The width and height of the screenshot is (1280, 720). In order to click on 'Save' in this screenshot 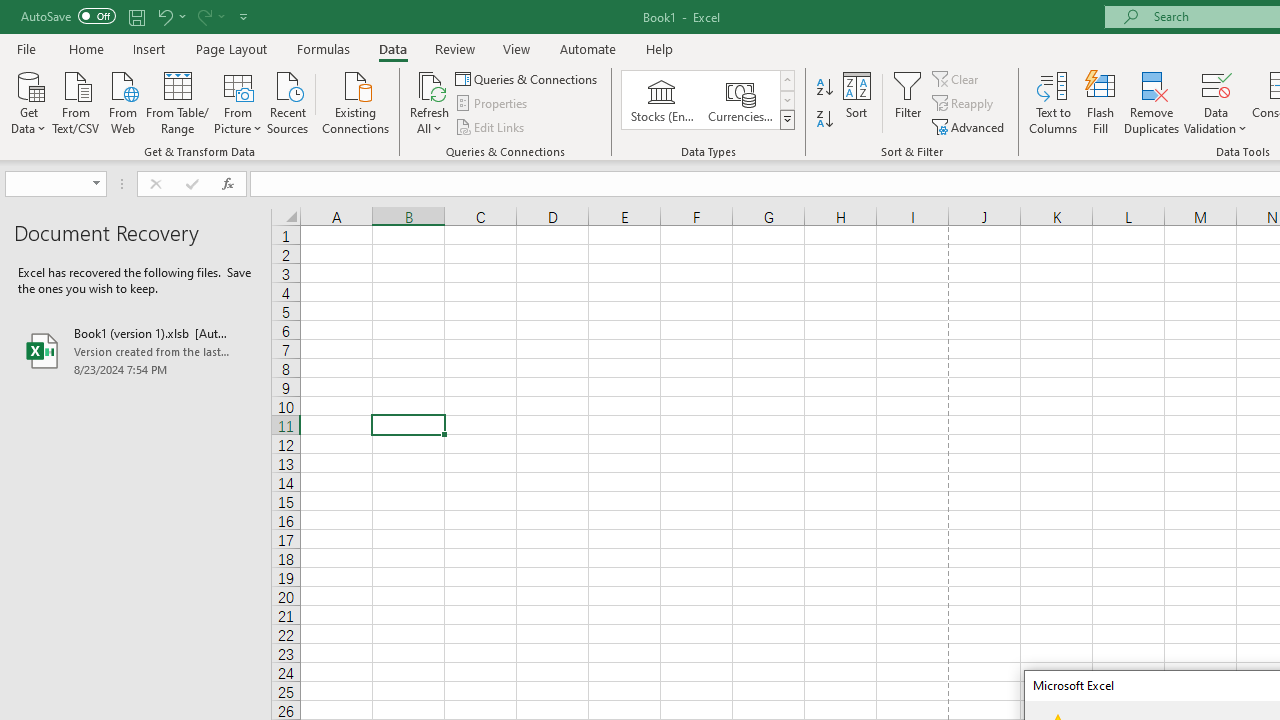, I will do `click(135, 16)`.